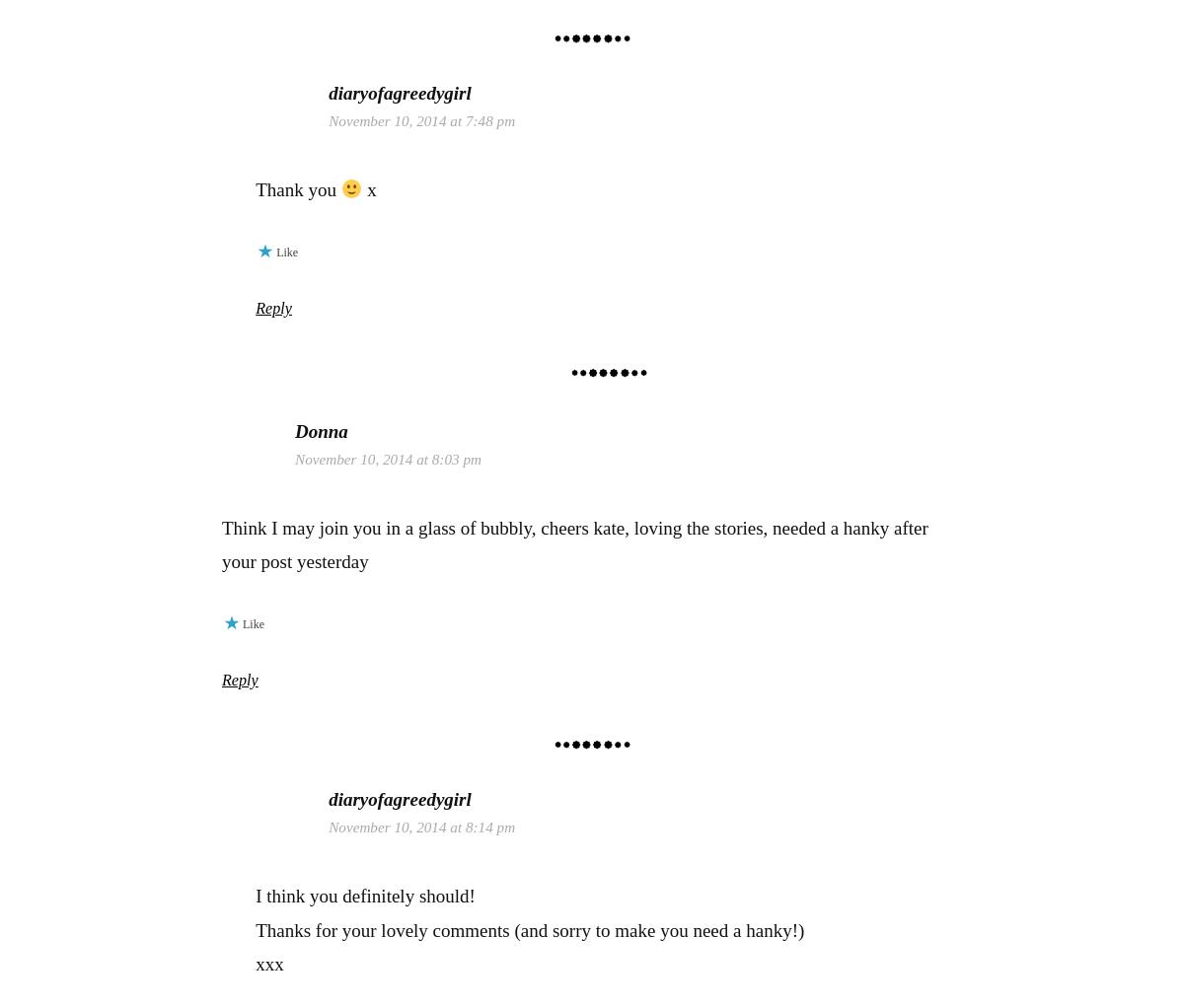 This screenshot has height=1008, width=1184. Describe the element at coordinates (329, 120) in the screenshot. I see `'November 10, 2014 at 7:48 pm'` at that location.